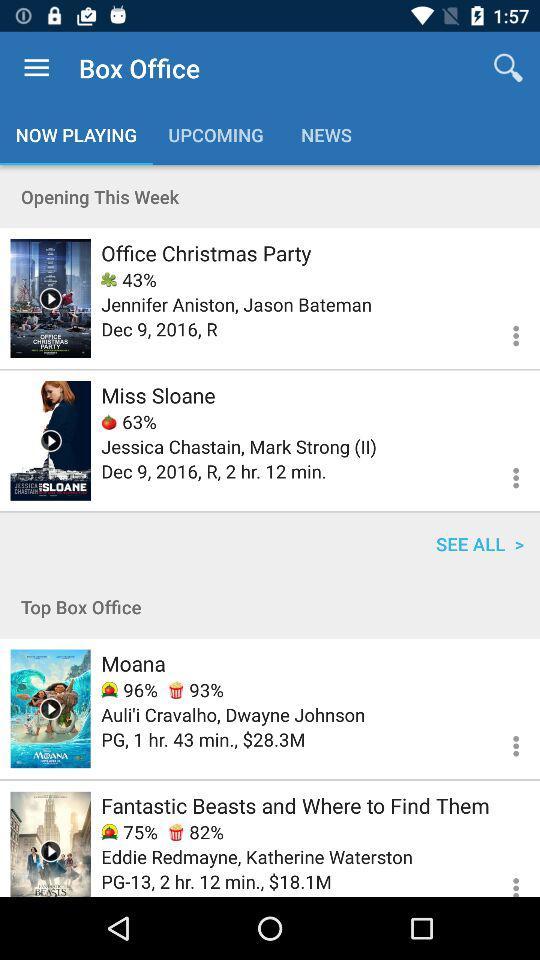 The image size is (540, 960). I want to click on video, so click(50, 708).